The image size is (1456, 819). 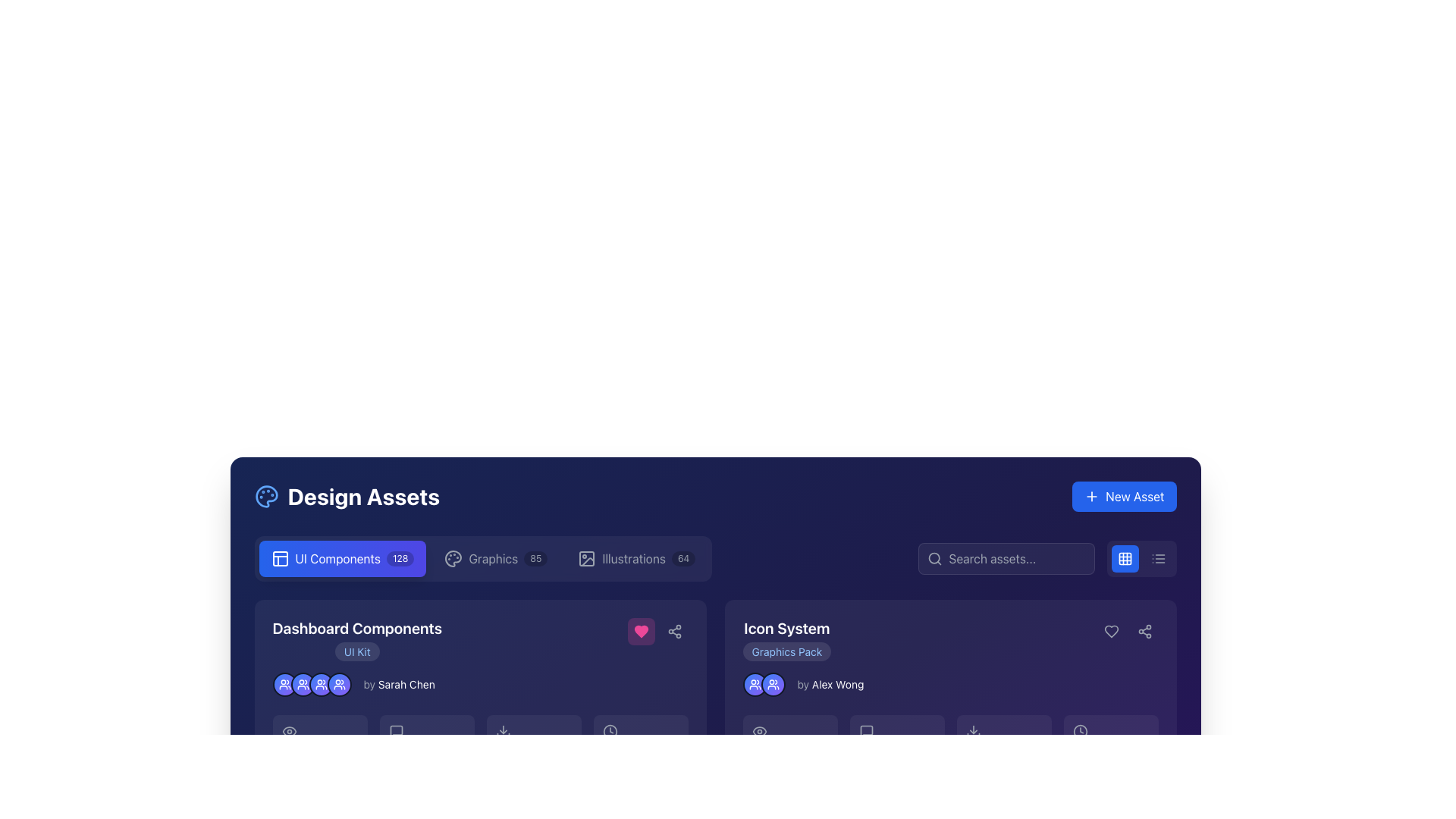 What do you see at coordinates (493, 558) in the screenshot?
I see `the text label displaying 'Graphics' styled in light gray color, located in the horizontal navigation bar on a dark blue background` at bounding box center [493, 558].